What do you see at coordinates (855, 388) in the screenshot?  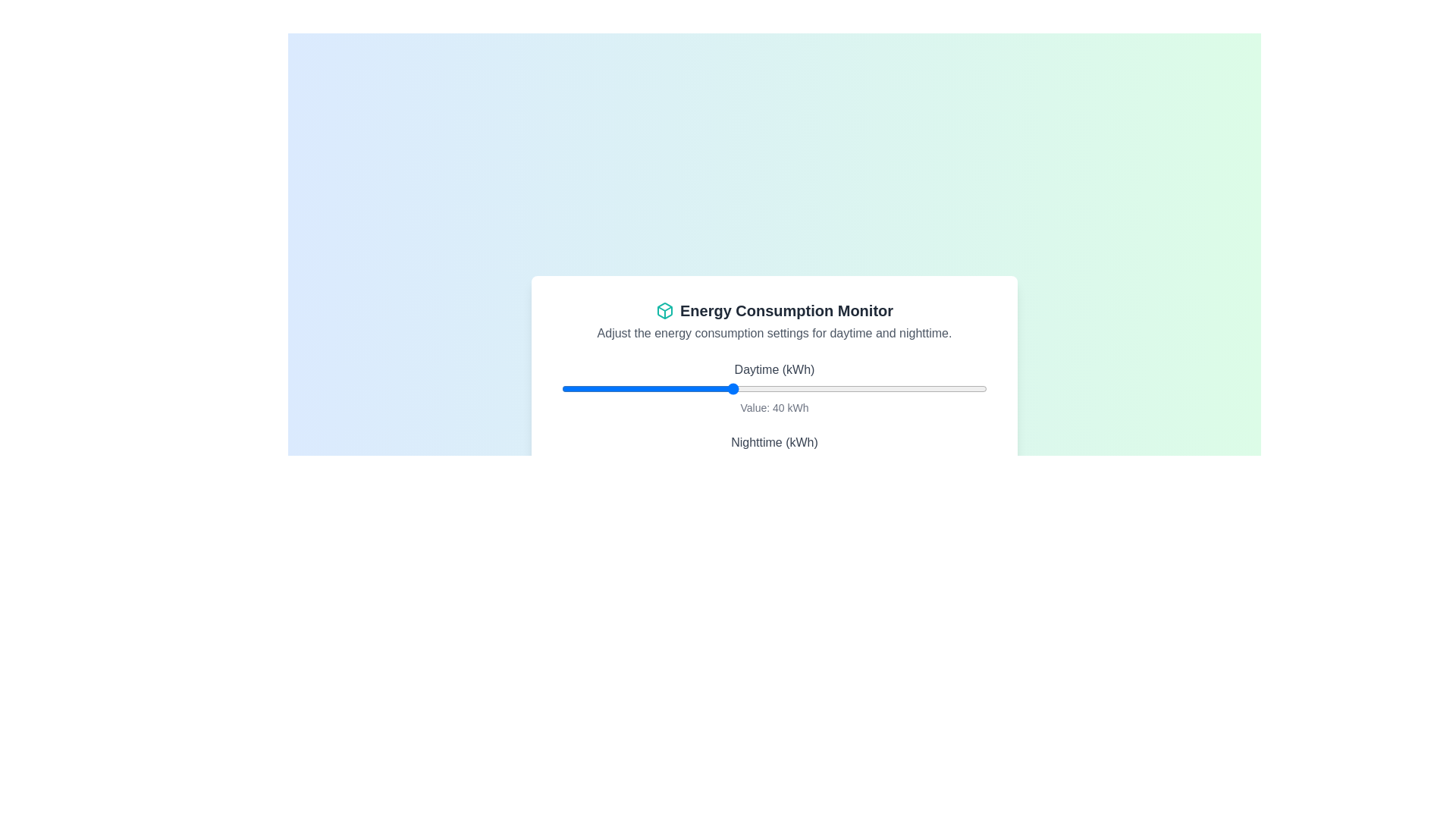 I see `the daytime energy consumption slider to 69 kWh` at bounding box center [855, 388].